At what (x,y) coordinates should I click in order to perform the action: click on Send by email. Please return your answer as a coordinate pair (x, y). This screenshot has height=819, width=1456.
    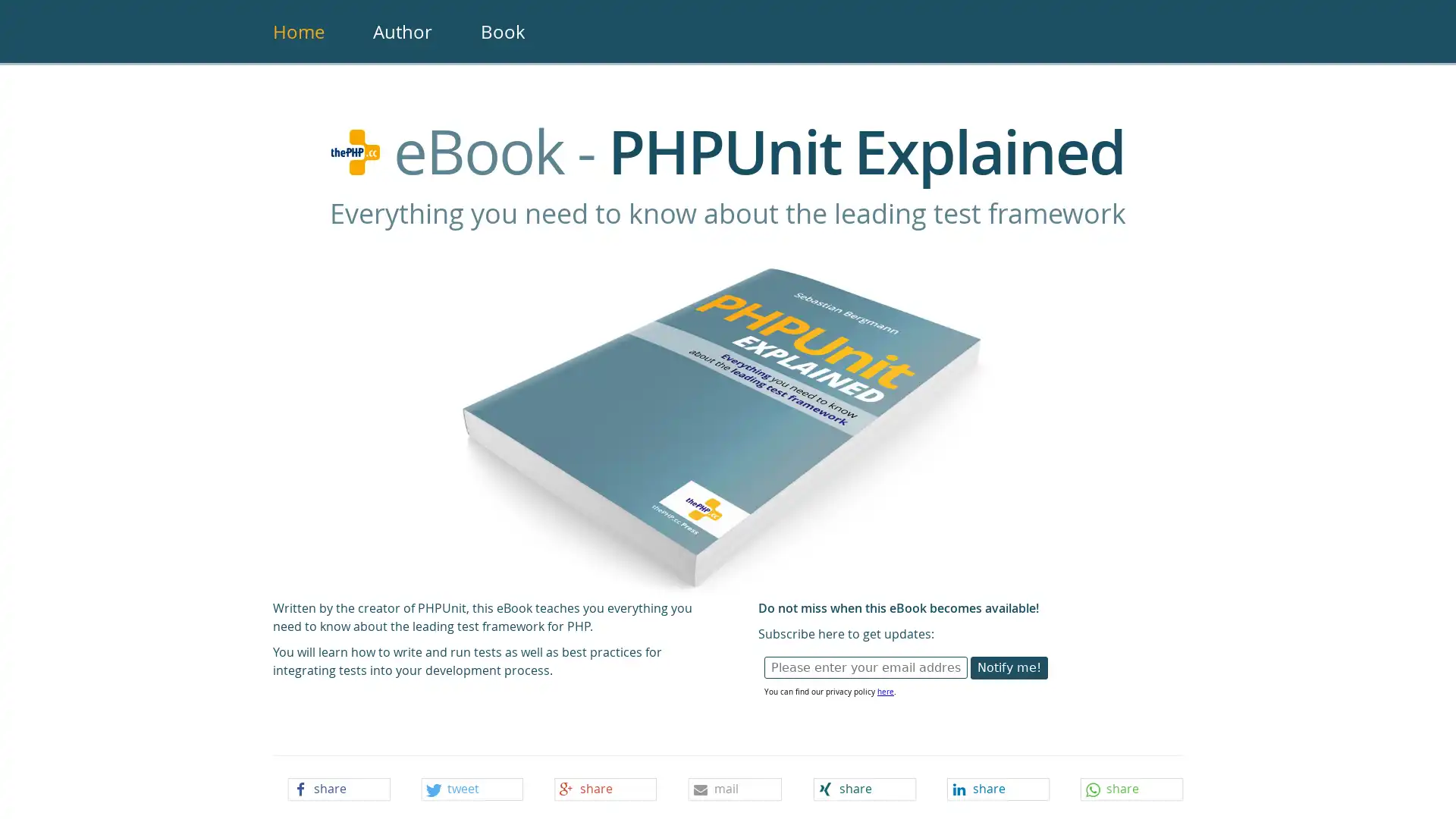
    Looking at the image, I should click on (735, 789).